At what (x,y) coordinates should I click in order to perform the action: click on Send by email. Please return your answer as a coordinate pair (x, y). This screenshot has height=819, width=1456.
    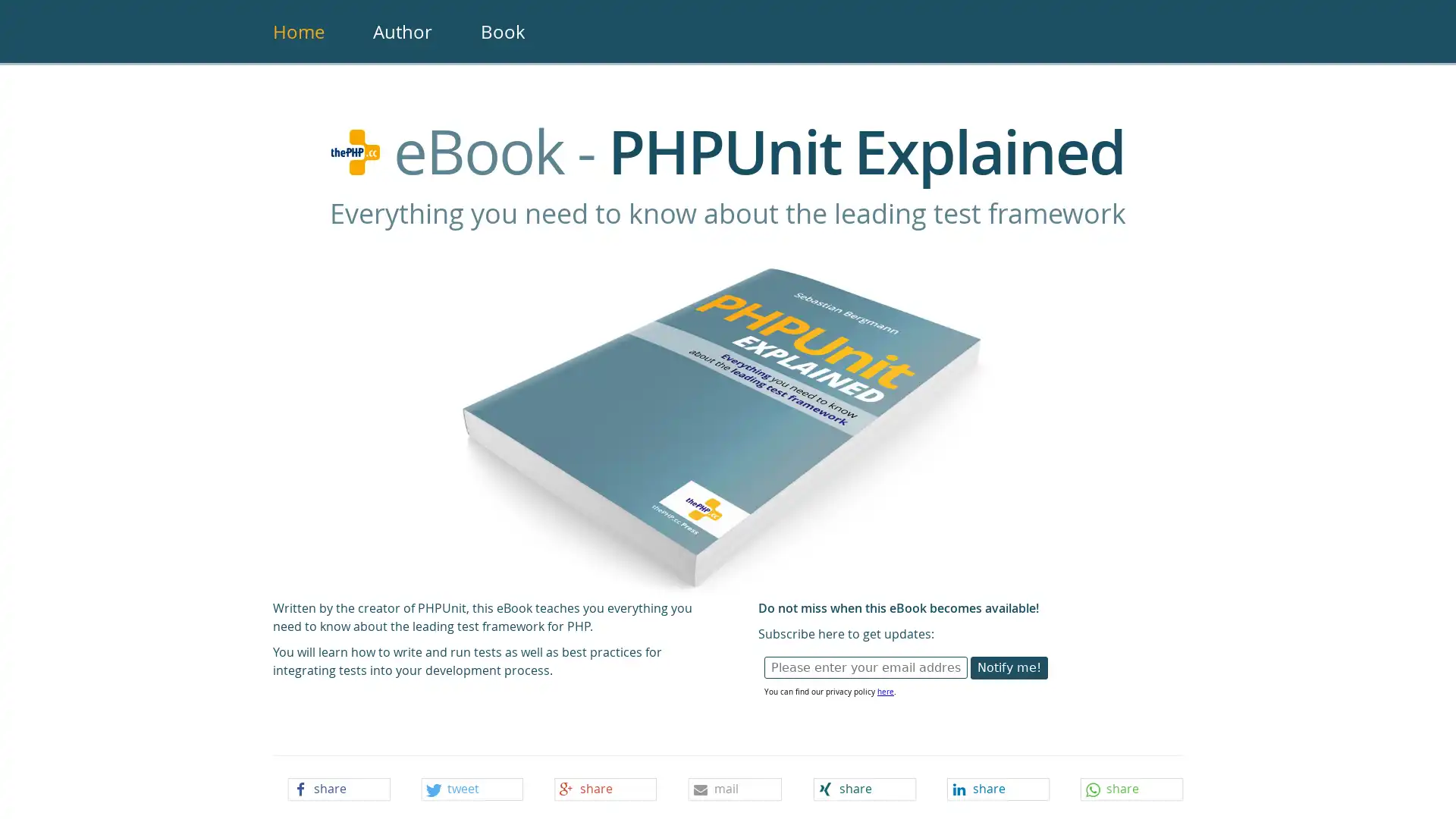
    Looking at the image, I should click on (735, 789).